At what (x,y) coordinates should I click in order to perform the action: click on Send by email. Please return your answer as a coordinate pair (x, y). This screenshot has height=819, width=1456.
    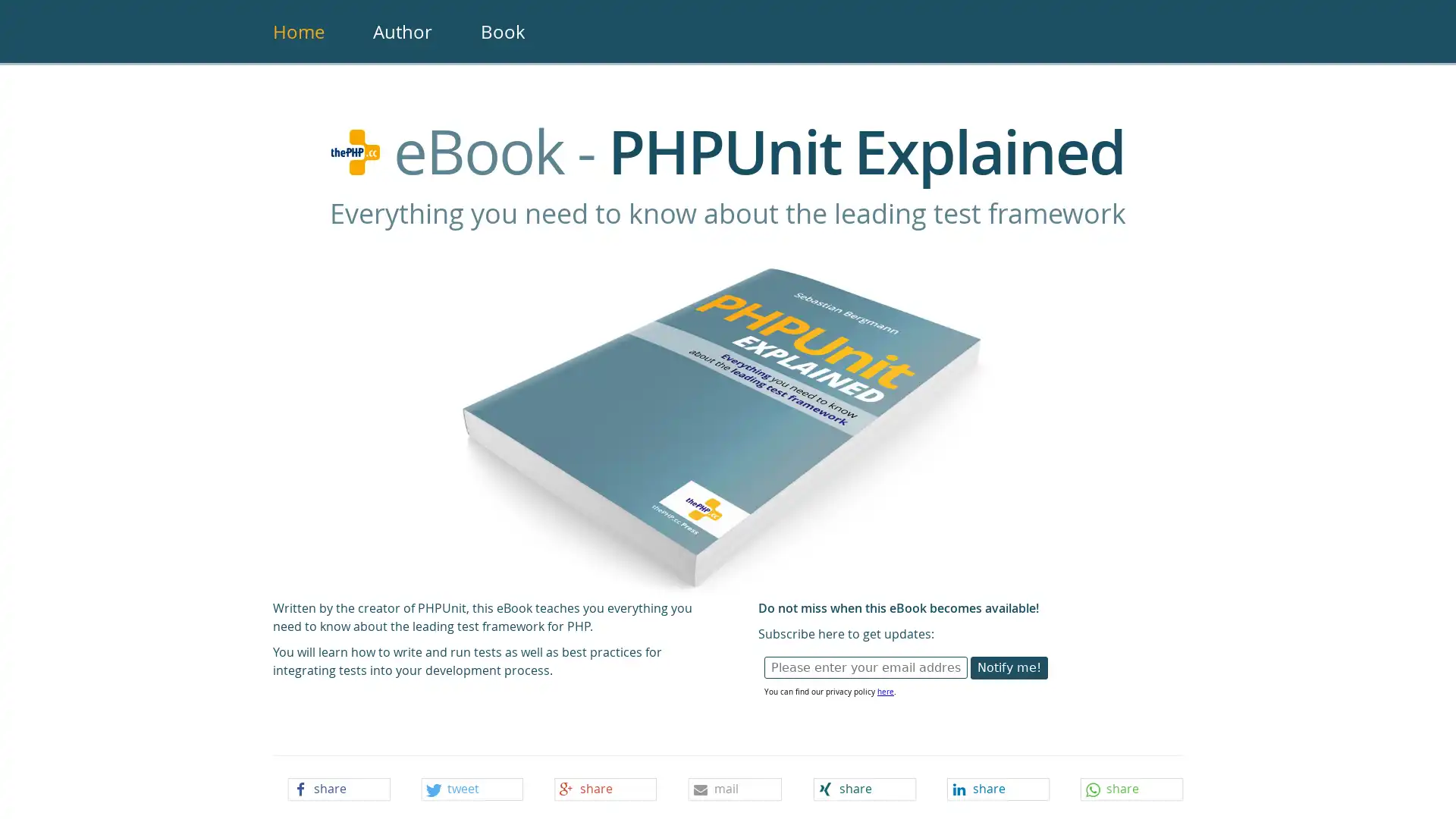
    Looking at the image, I should click on (735, 789).